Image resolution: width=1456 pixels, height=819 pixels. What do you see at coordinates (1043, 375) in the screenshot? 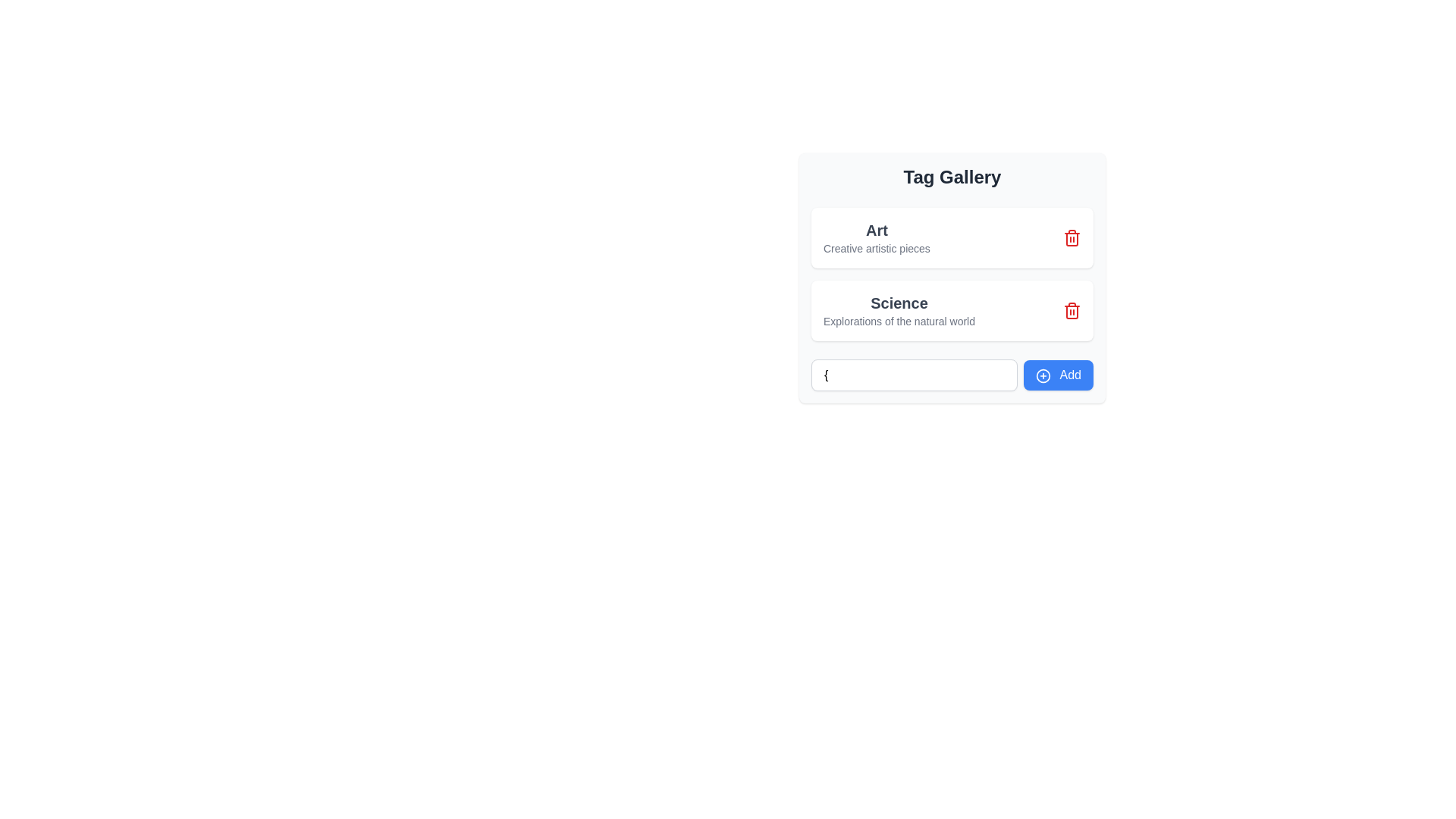
I see `the icon within the 'Add' button located at the bottom-right corner of the 'Tag Gallery' card` at bounding box center [1043, 375].